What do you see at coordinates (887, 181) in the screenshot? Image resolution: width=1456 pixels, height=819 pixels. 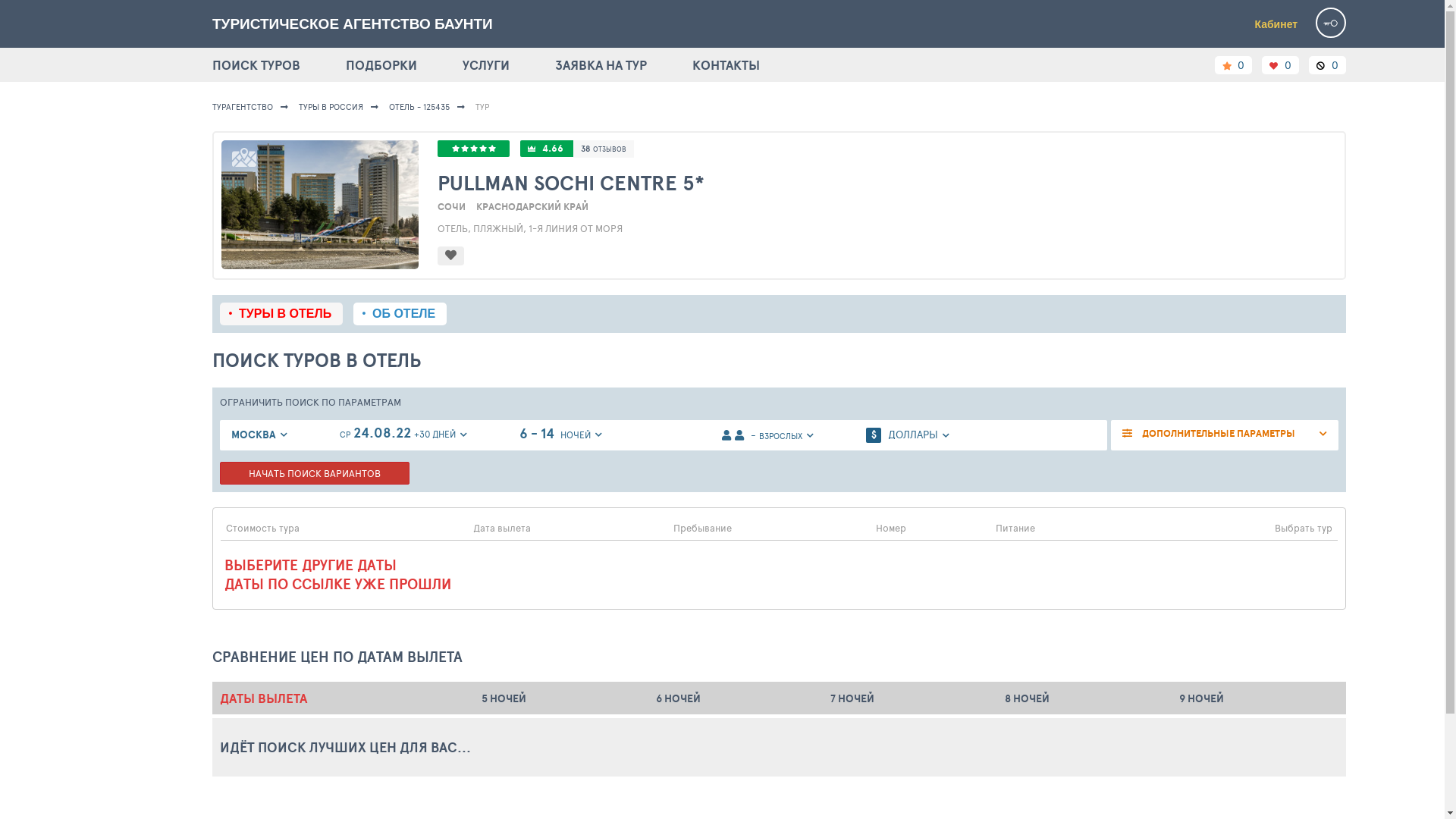 I see `'PULLMAN SOCHI CENTRE 5*'` at bounding box center [887, 181].